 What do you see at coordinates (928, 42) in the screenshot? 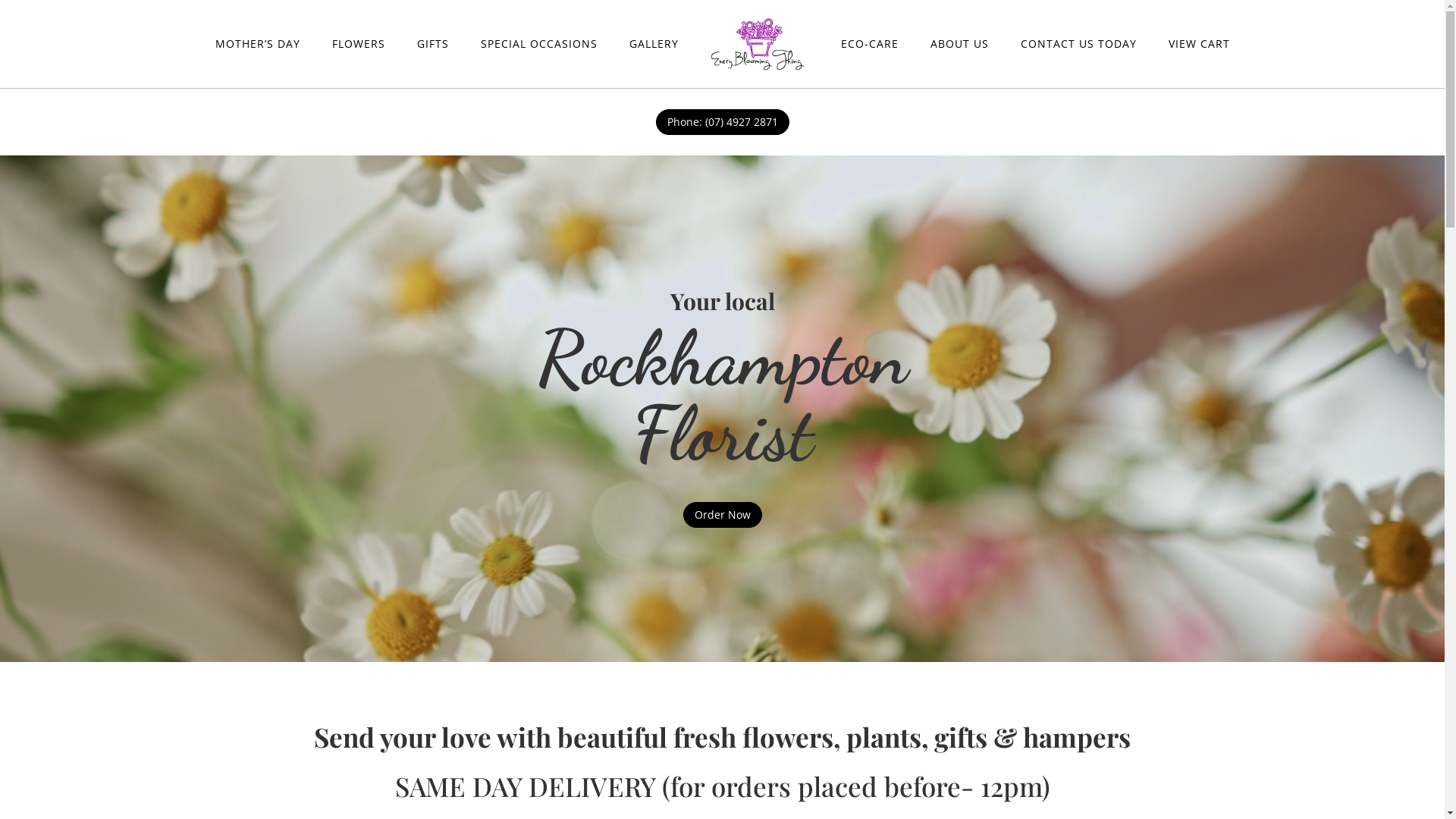
I see `'ABOUT US'` at bounding box center [928, 42].